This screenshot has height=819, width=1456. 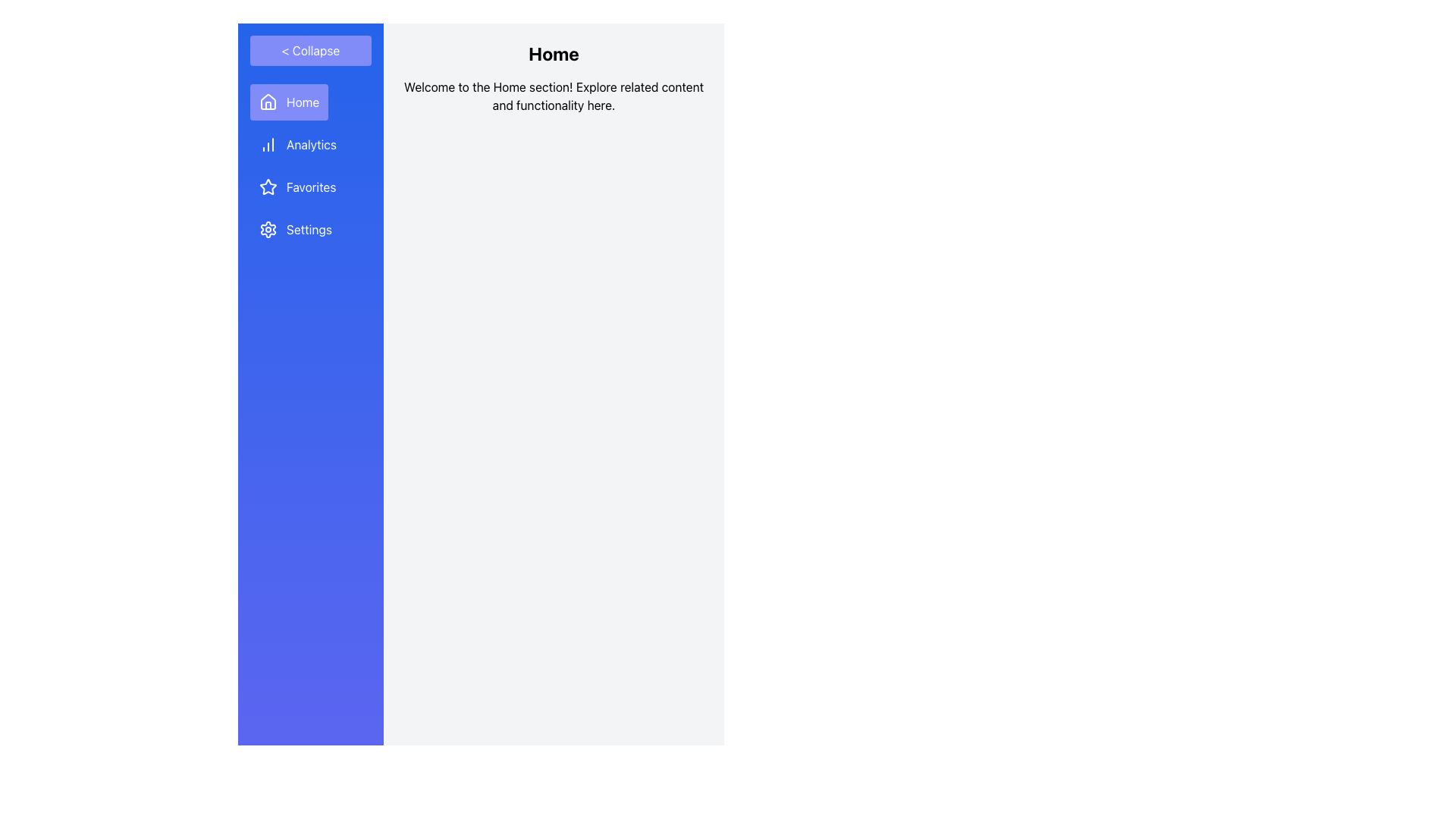 What do you see at coordinates (310, 186) in the screenshot?
I see `text label that says 'Favorites', located in the vertical menu of the blue sidebar, positioned below 'Analytics' and above 'Settings', with a star icon to its left` at bounding box center [310, 186].